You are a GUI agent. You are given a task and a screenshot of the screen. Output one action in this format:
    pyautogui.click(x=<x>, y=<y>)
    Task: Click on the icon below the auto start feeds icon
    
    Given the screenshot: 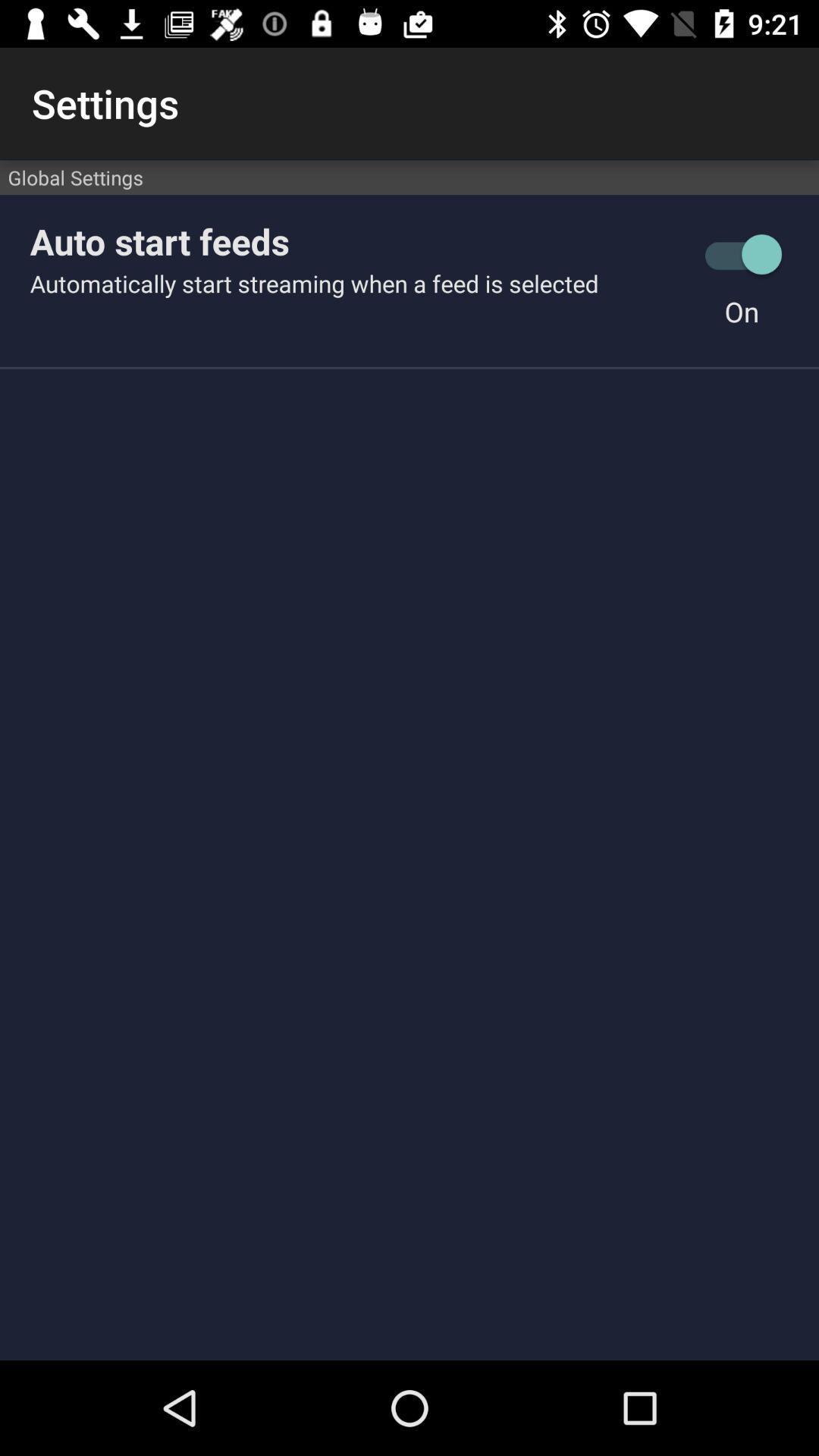 What is the action you would take?
    pyautogui.click(x=357, y=283)
    